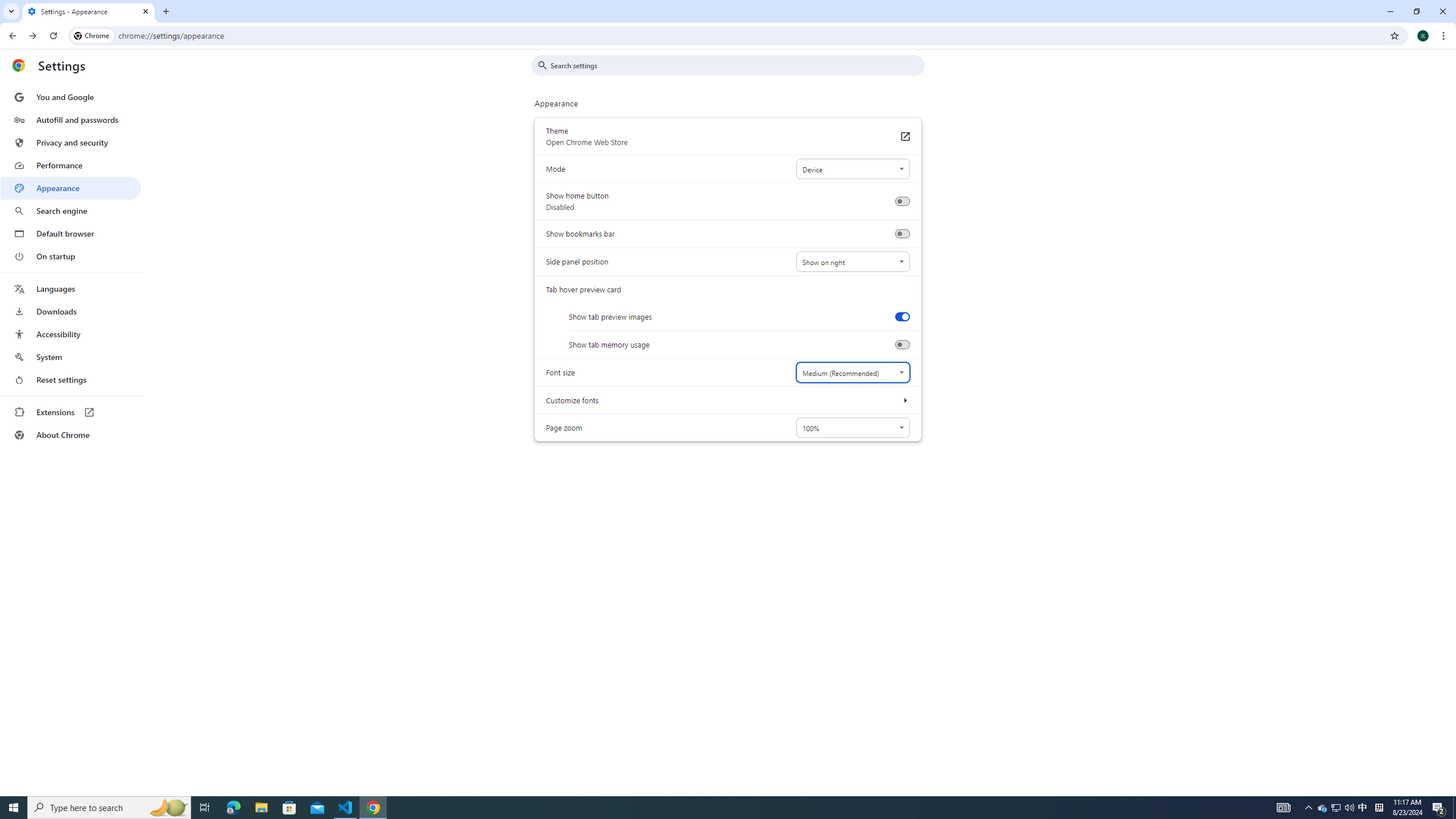 Image resolution: width=1456 pixels, height=819 pixels. Describe the element at coordinates (851, 261) in the screenshot. I see `'Side panel position'` at that location.